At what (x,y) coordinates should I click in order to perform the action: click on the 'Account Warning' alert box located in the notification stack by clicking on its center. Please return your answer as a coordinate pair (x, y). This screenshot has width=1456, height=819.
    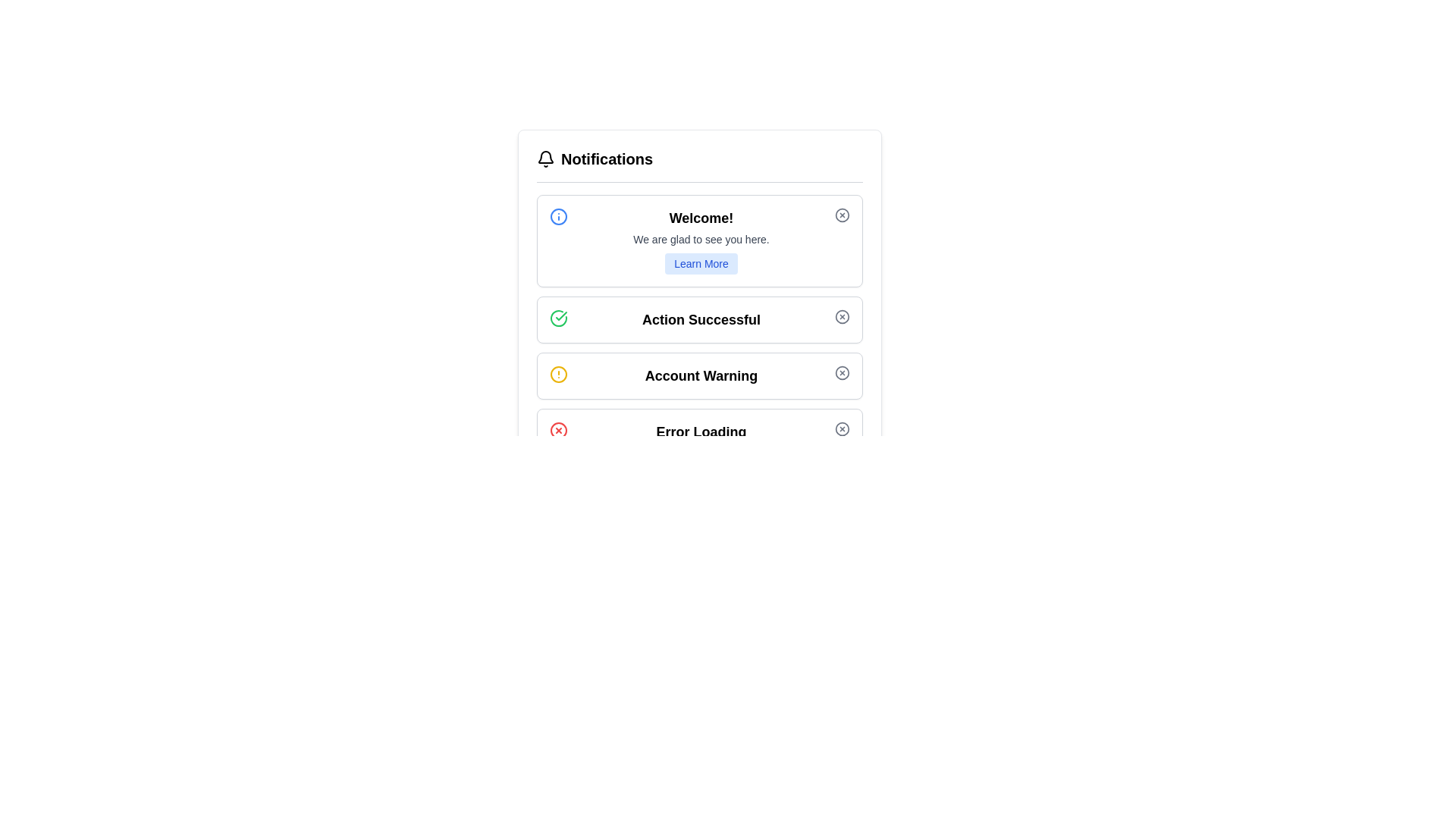
    Looking at the image, I should click on (698, 375).